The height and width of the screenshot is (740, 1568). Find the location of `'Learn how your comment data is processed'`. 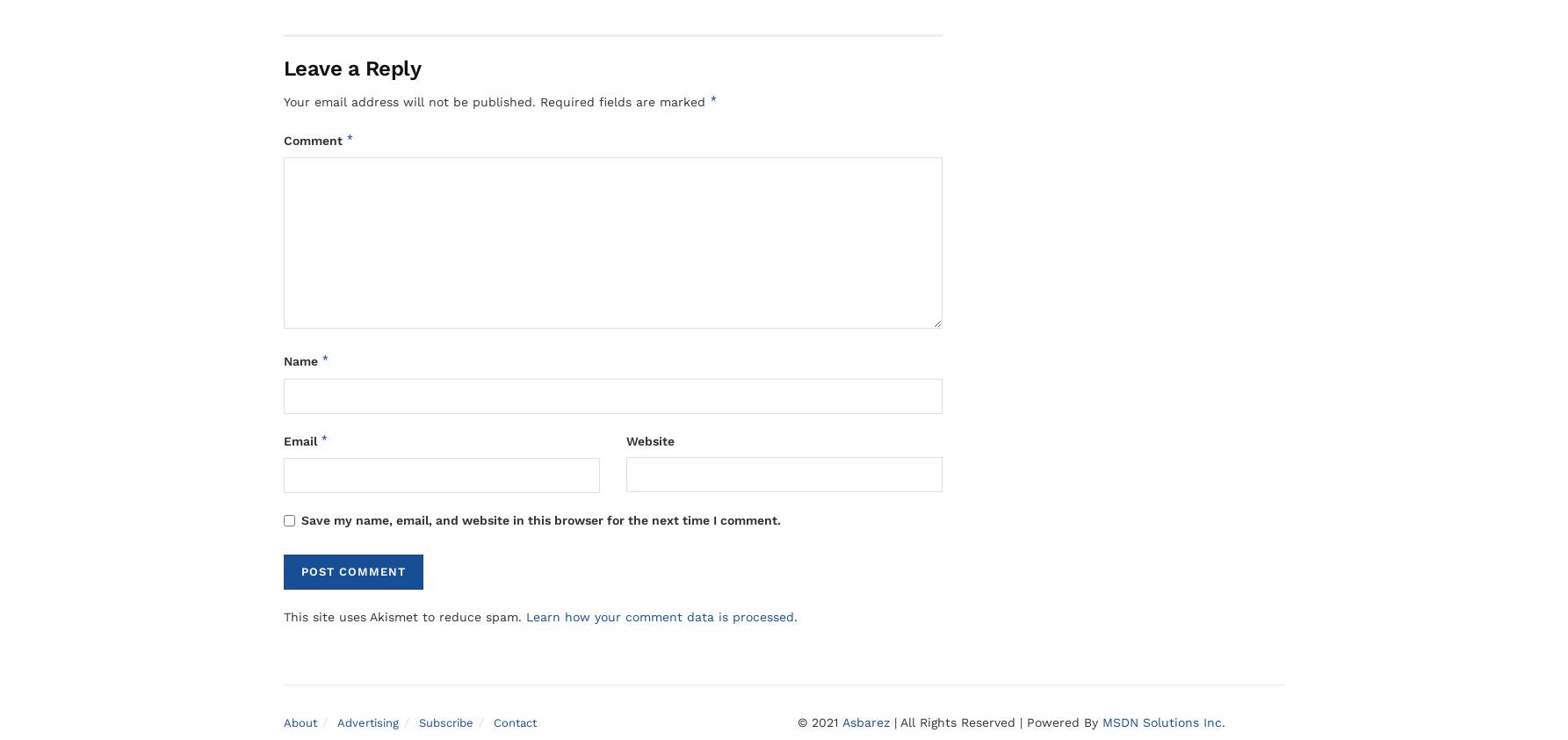

'Learn how your comment data is processed' is located at coordinates (524, 615).